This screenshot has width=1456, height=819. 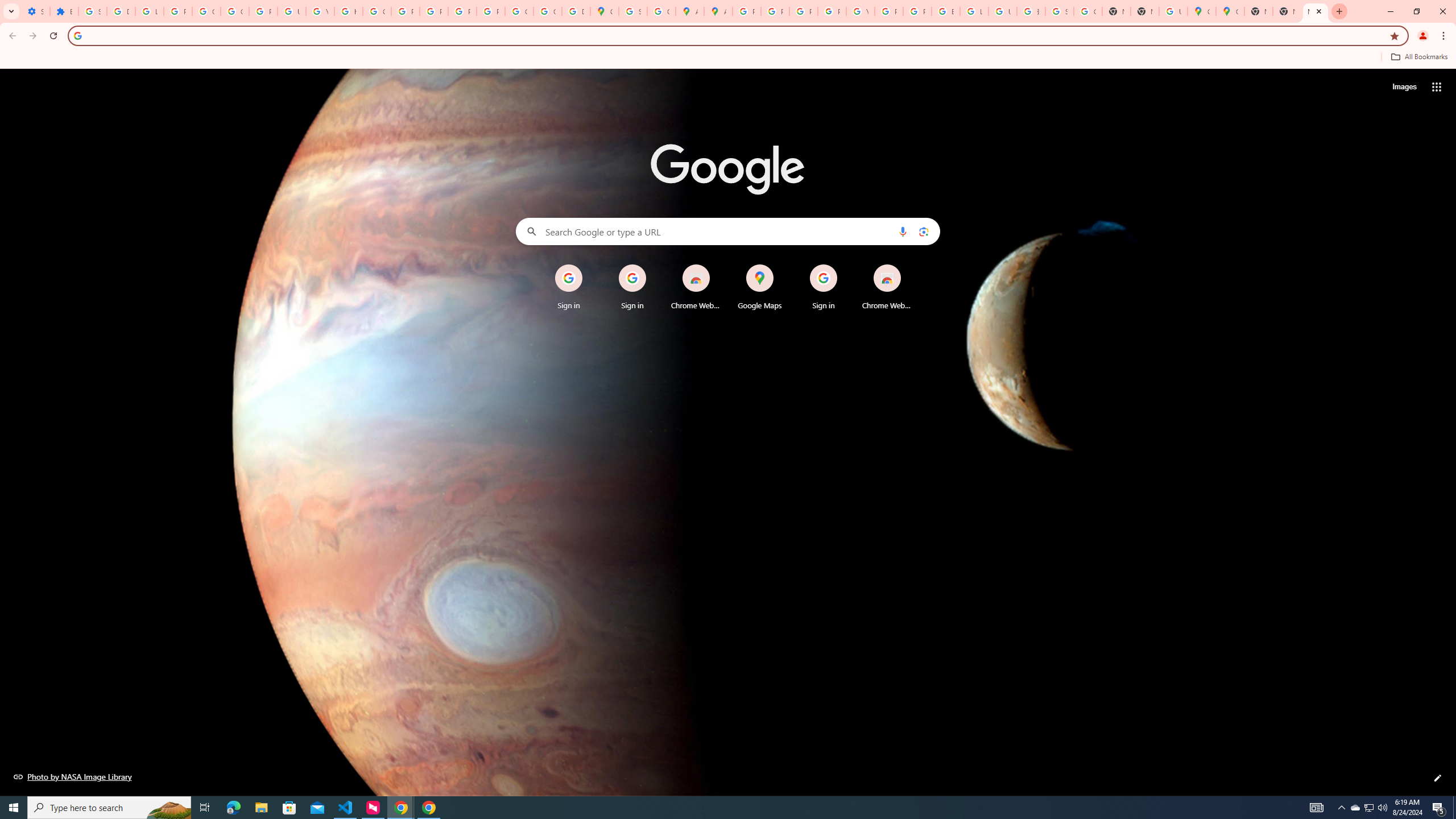 I want to click on 'You', so click(x=1423, y=35).